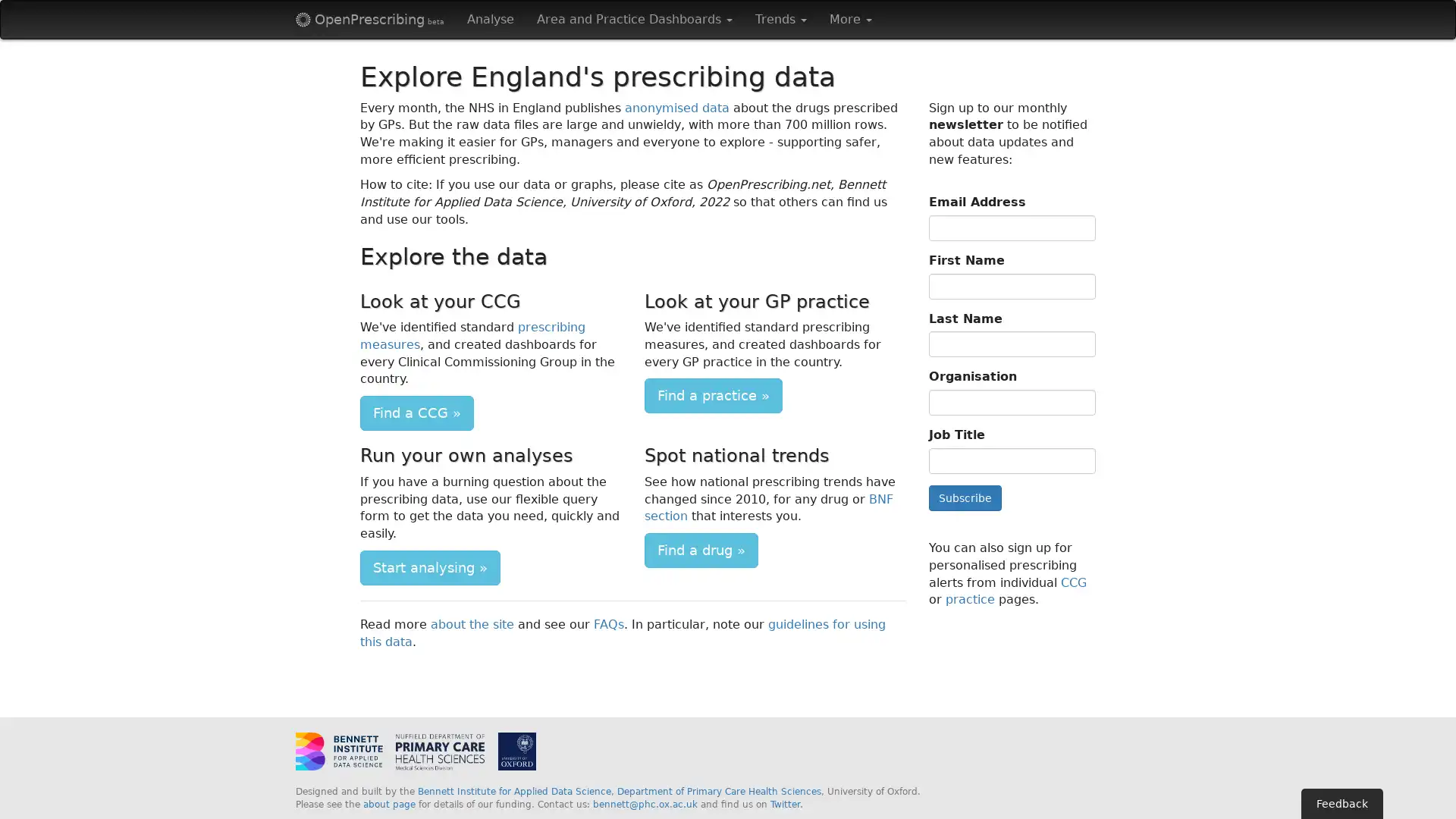 This screenshot has width=1456, height=819. I want to click on Subscribe, so click(964, 497).